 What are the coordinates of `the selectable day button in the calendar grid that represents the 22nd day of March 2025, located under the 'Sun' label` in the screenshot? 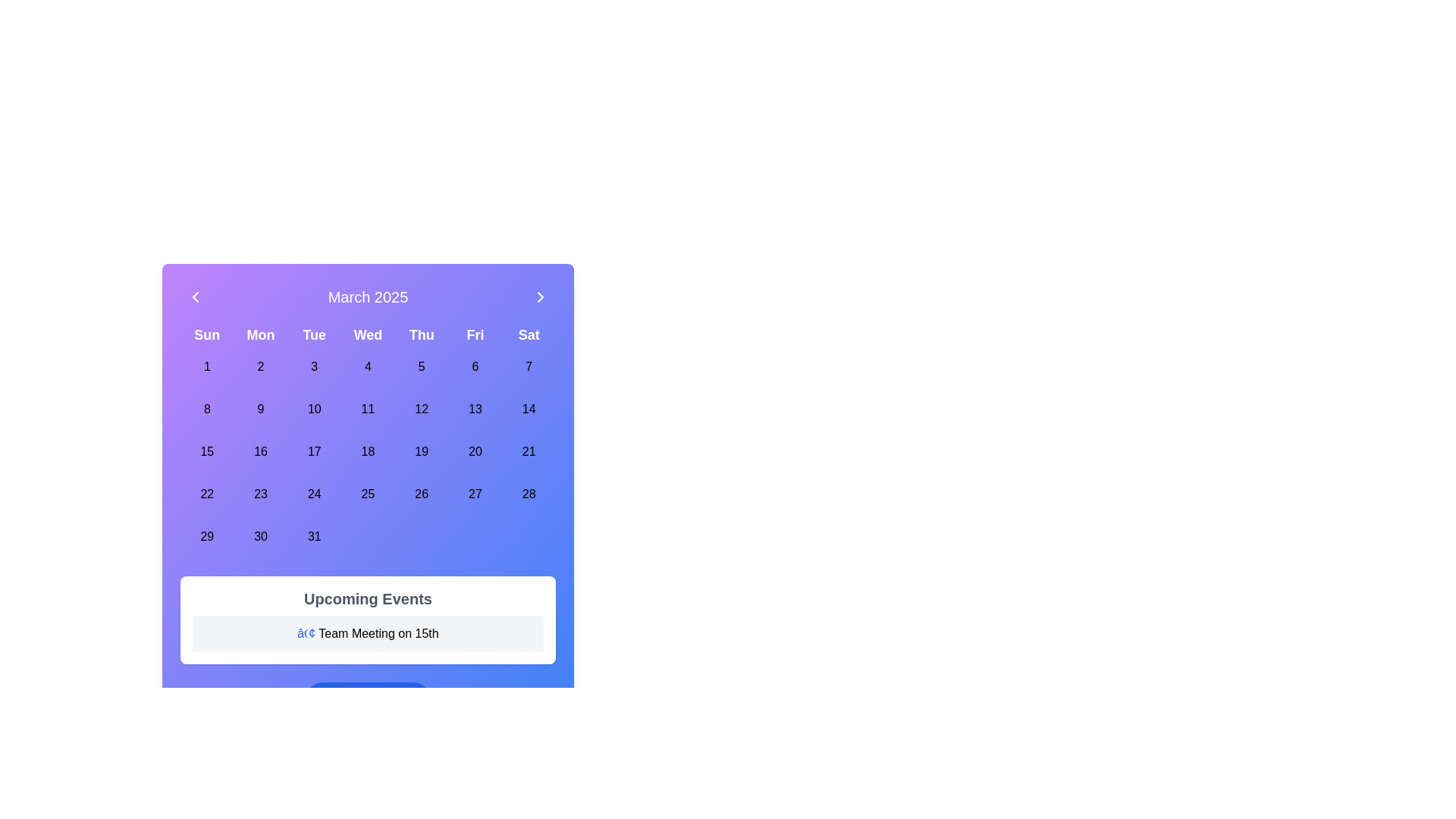 It's located at (206, 494).